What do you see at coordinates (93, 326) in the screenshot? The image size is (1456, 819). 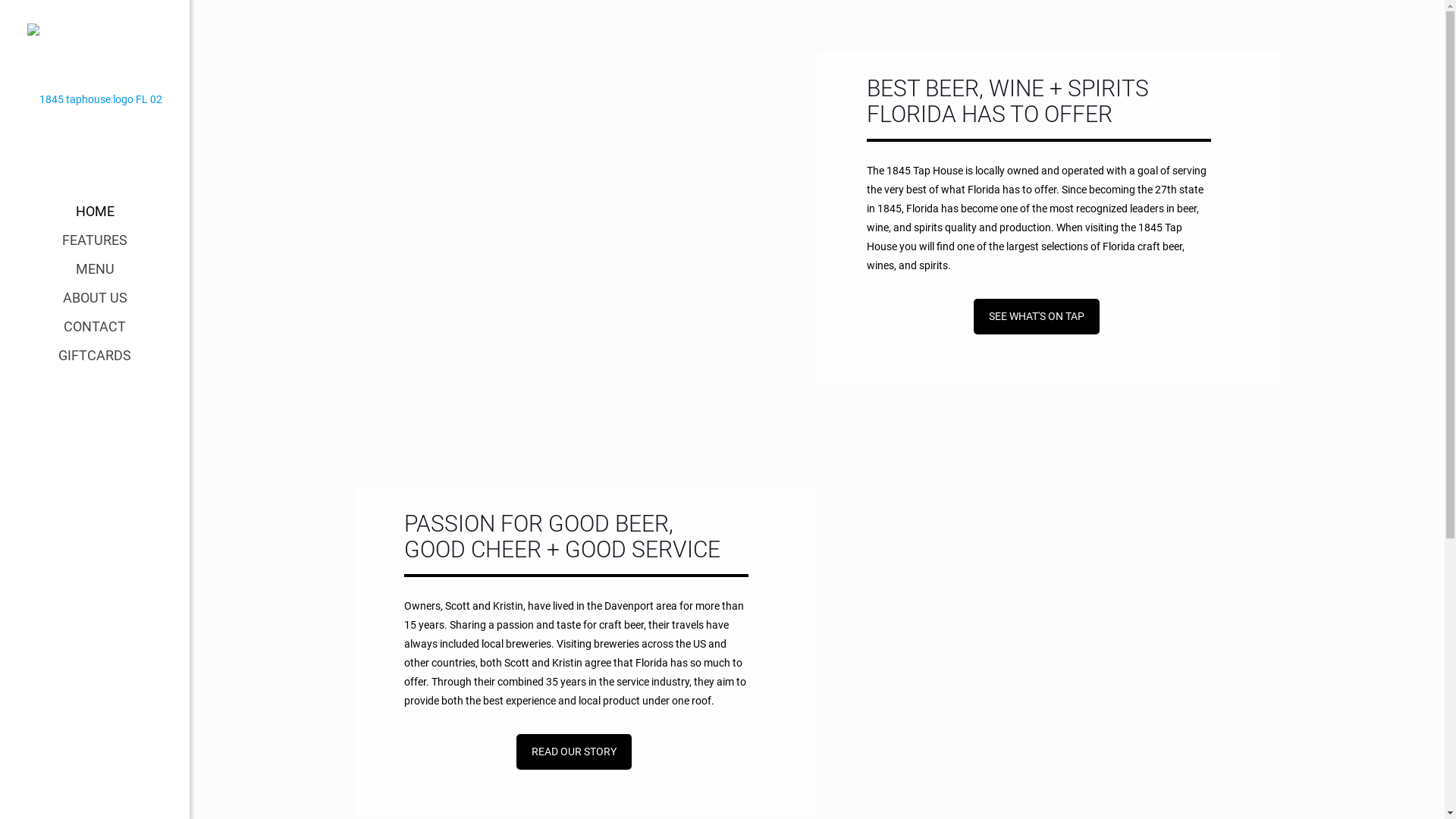 I see `'CONTACT'` at bounding box center [93, 326].